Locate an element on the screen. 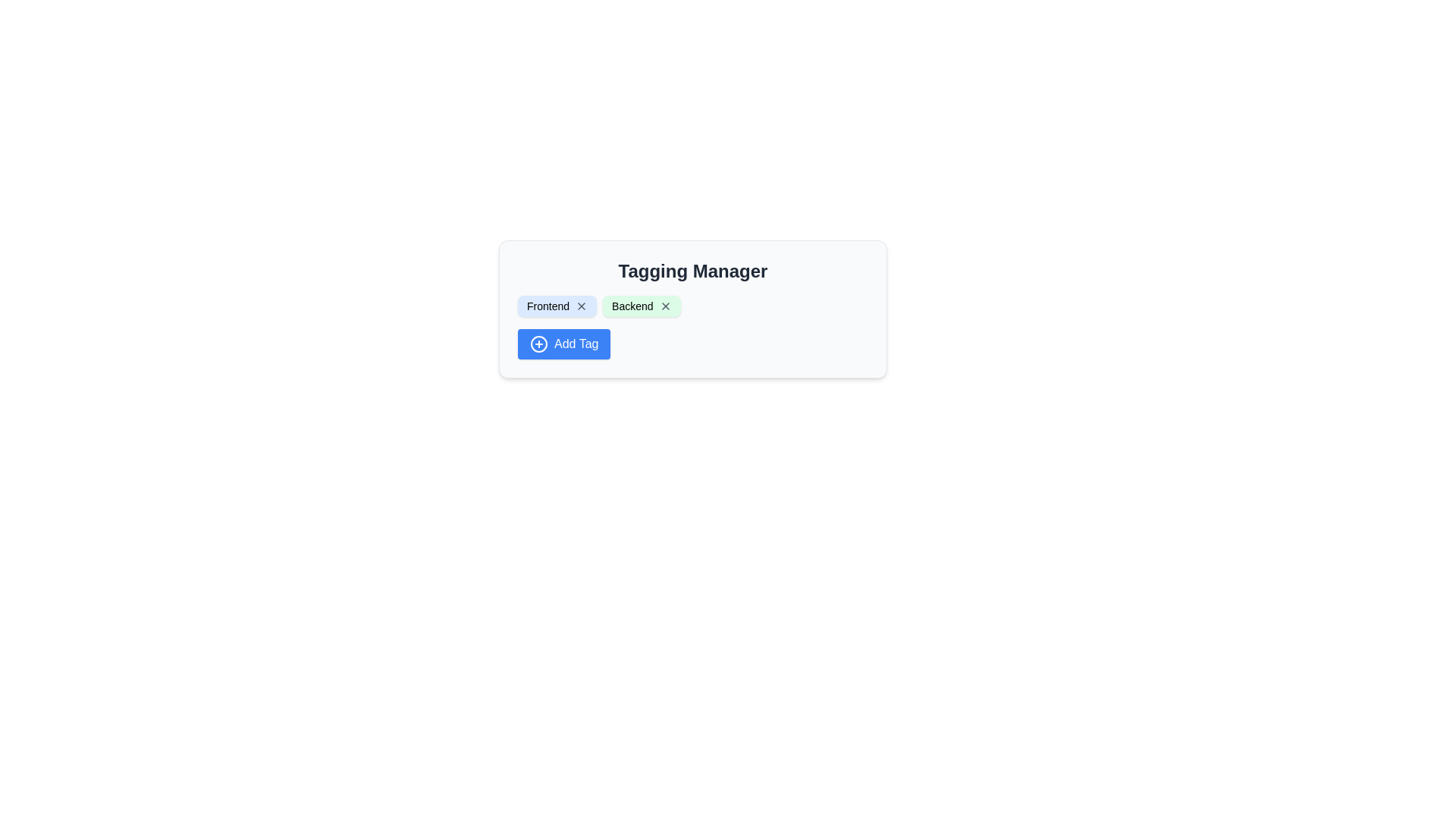 Image resolution: width=1456 pixels, height=819 pixels. the text label displaying the title 'Tagging Manager', which is styled with bold text and centrally aligned within a white rectangular box is located at coordinates (692, 271).